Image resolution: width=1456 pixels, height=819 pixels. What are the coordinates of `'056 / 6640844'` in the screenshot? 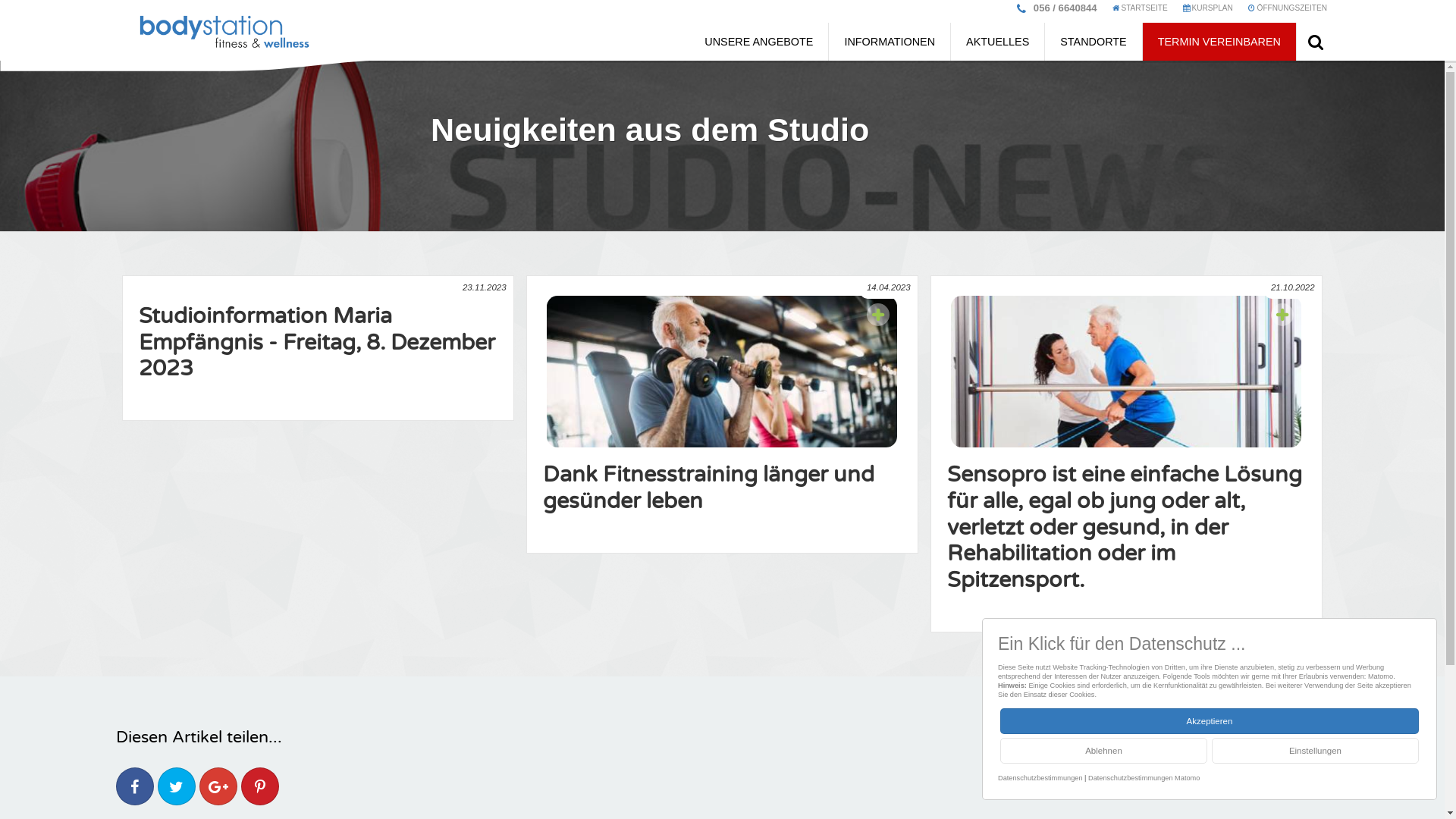 It's located at (1026, 8).